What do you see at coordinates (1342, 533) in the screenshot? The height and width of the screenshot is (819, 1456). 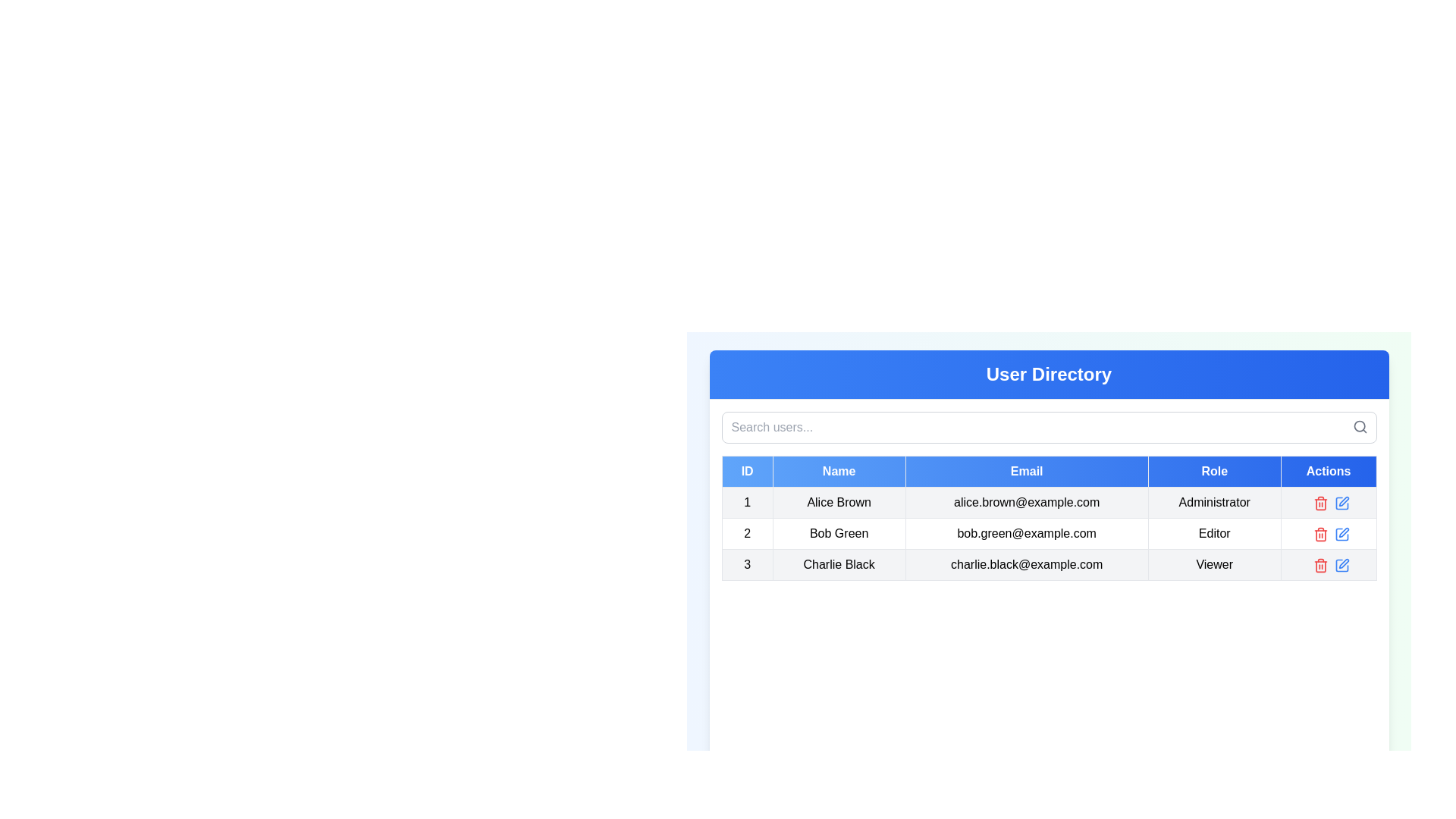 I see `the edit button located in the Actions column of the second row in the table to initiate editing` at bounding box center [1342, 533].